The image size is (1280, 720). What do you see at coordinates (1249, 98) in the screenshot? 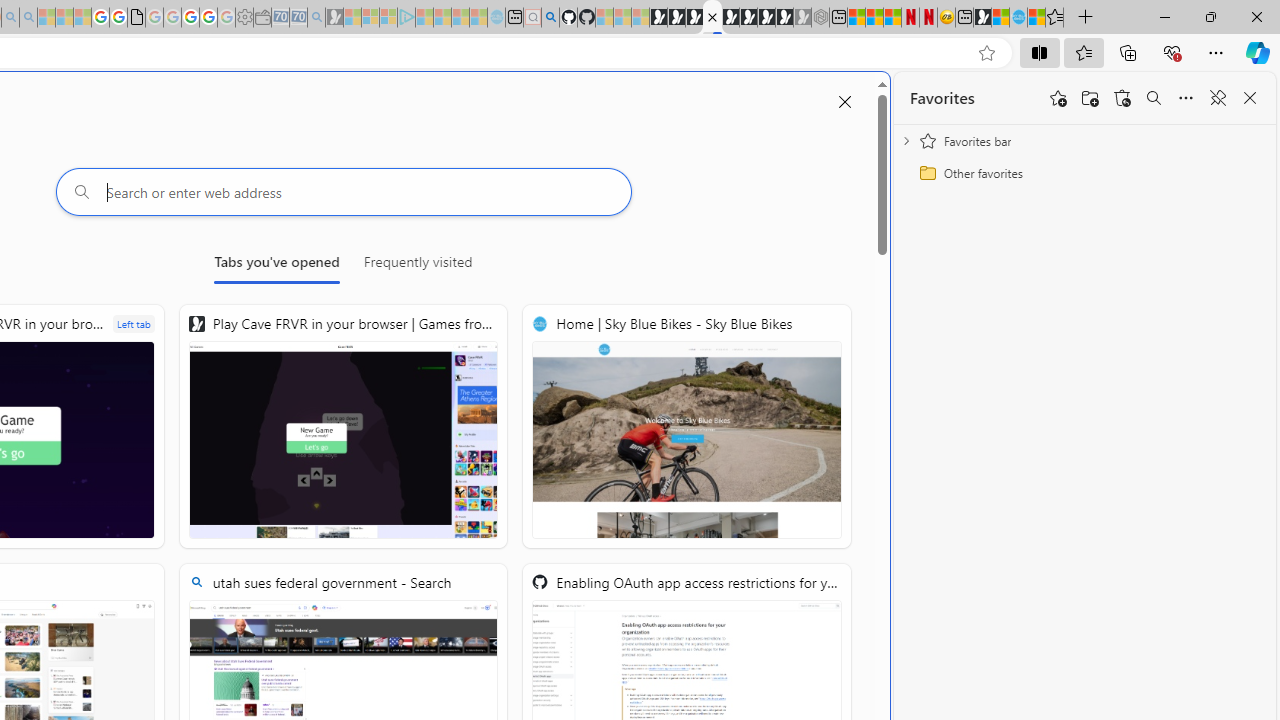
I see `'Close favorites'` at bounding box center [1249, 98].